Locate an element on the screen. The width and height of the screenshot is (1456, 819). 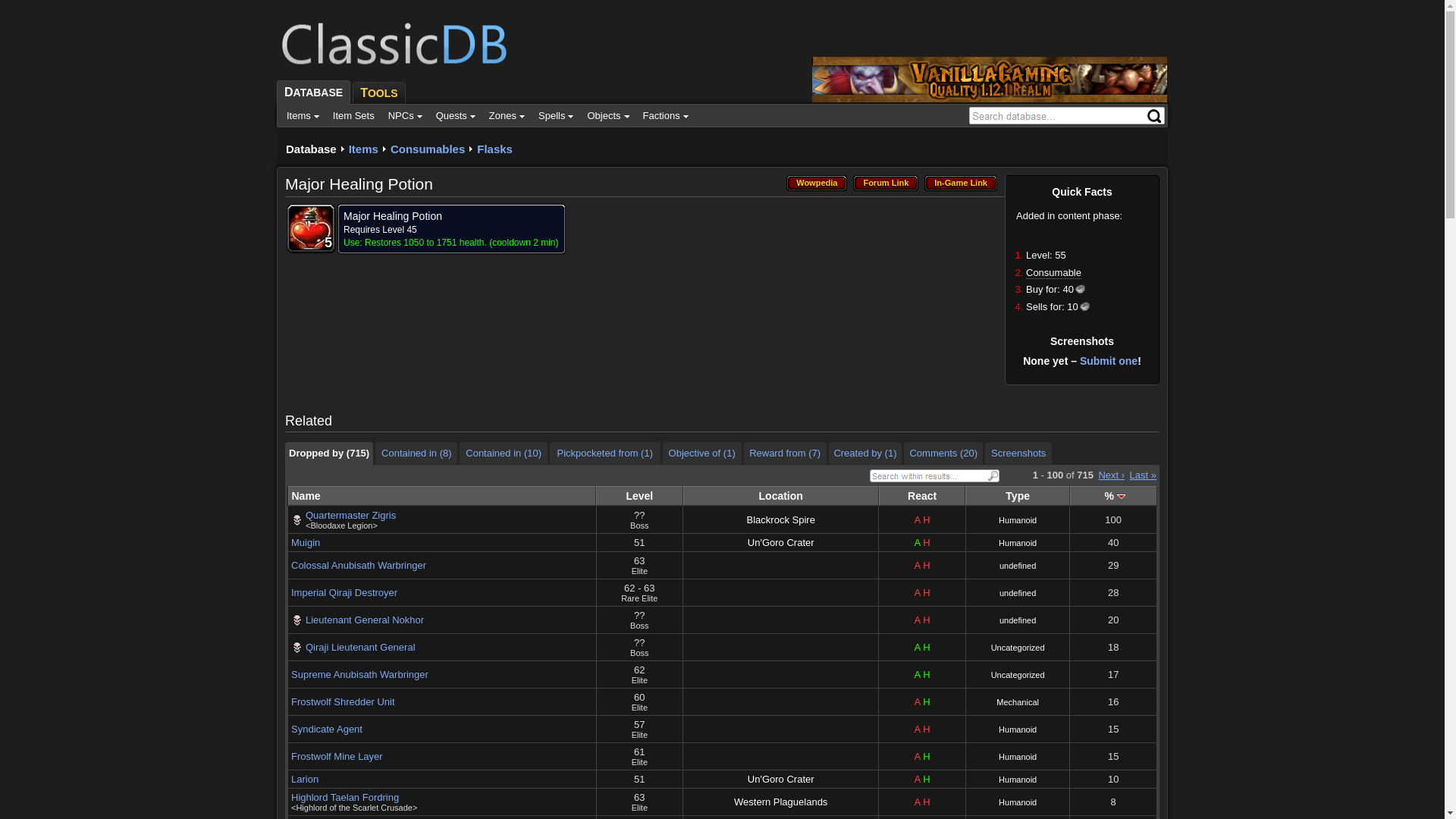
'TOOLS' is located at coordinates (378, 91).